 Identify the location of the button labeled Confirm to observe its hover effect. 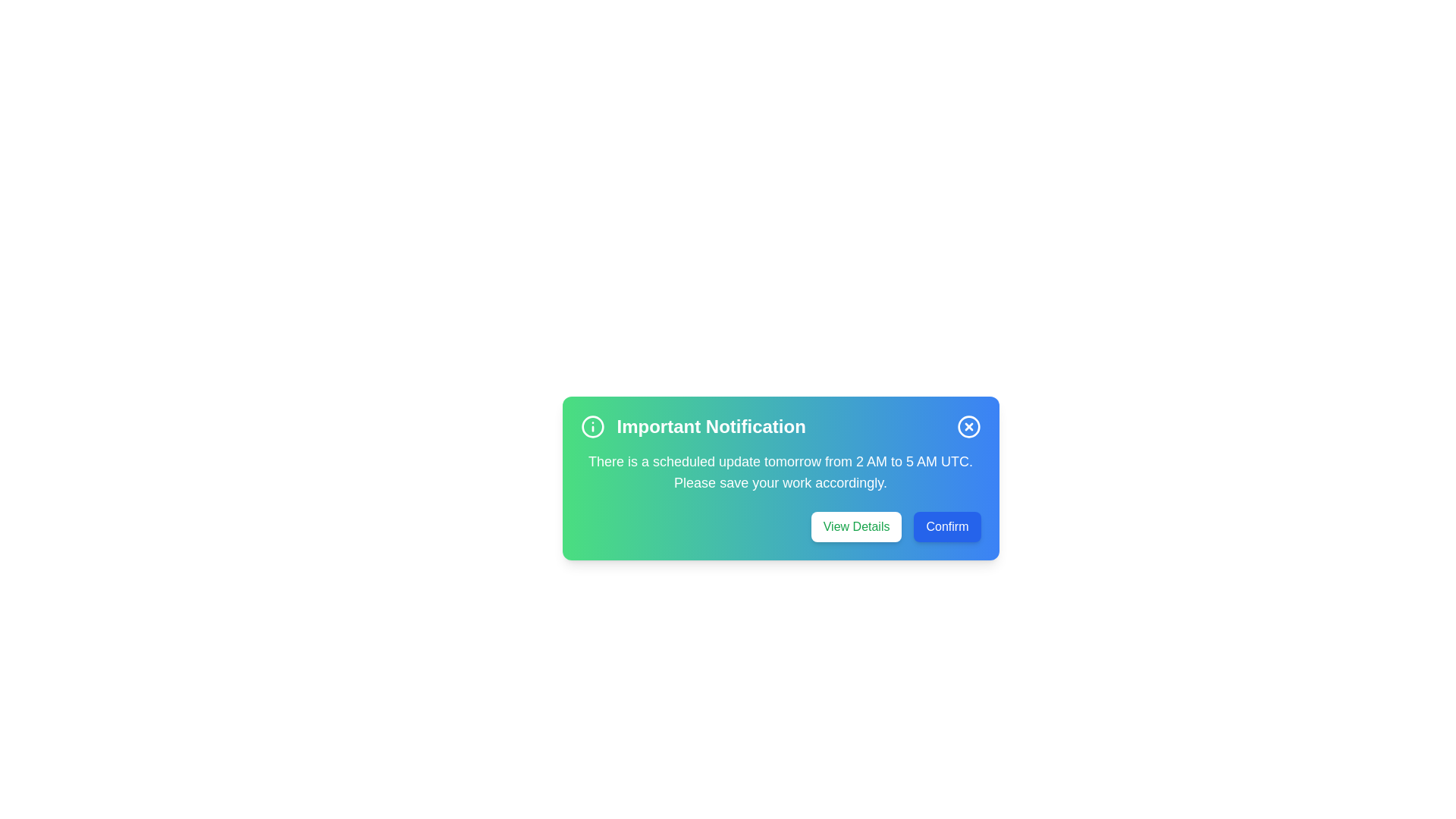
(946, 526).